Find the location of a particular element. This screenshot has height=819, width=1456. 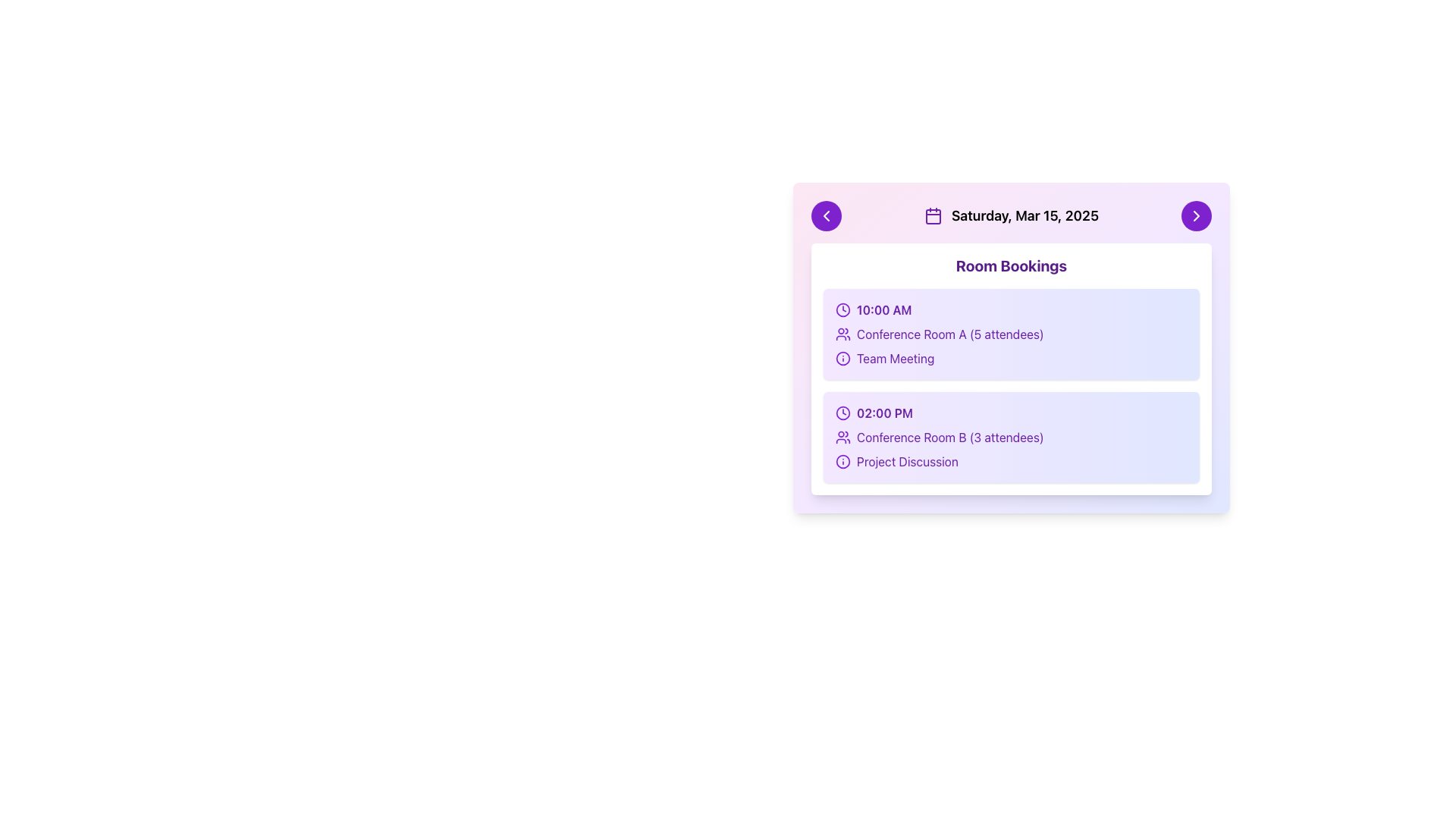

the circular SVG graphic element with a purple stroke inside the clock icon, which is positioned to the left of the '10:00 AM' text in the 'Room Bookings' list is located at coordinates (843, 309).